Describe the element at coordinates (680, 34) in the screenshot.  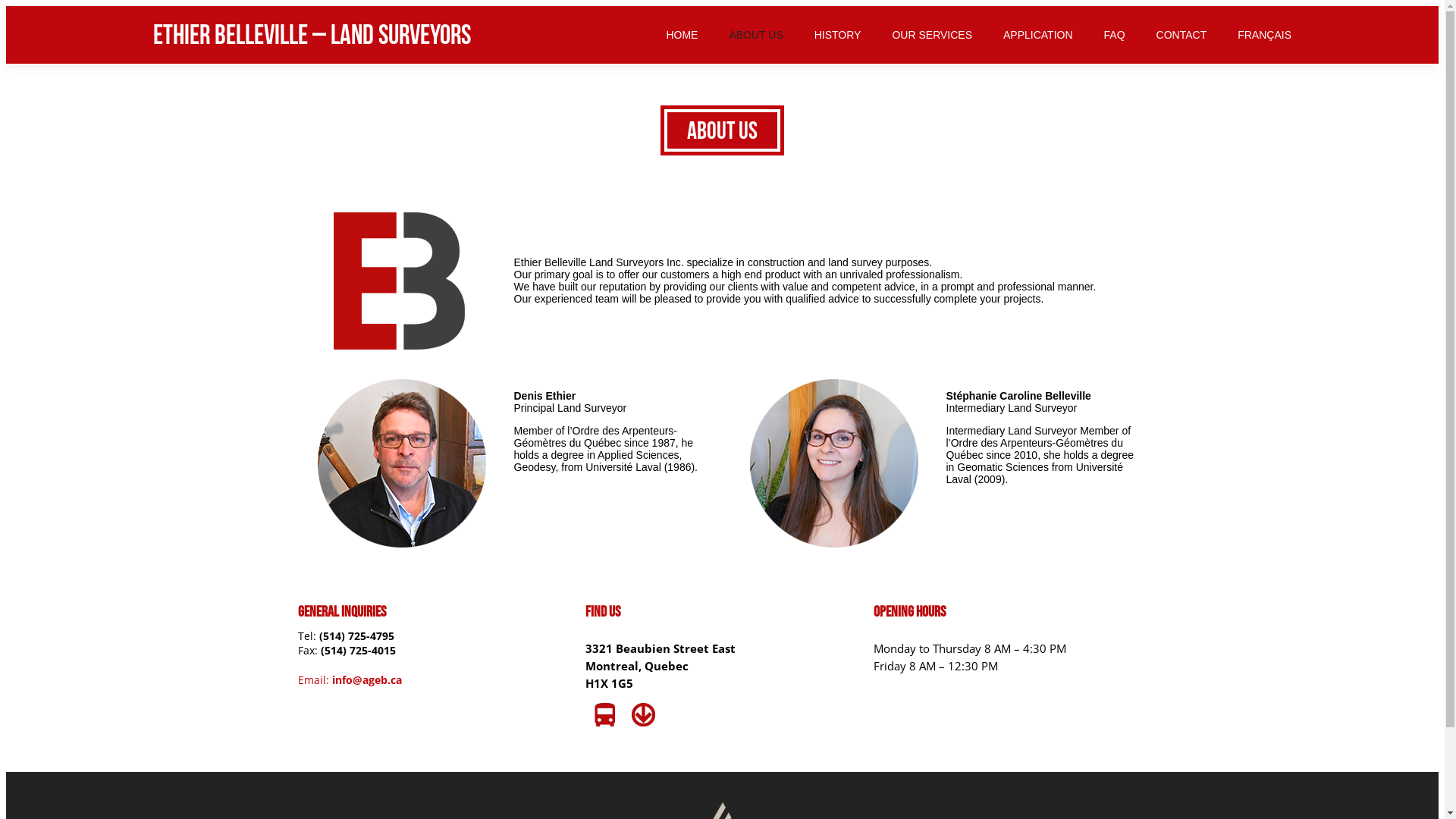
I see `'HOME'` at that location.